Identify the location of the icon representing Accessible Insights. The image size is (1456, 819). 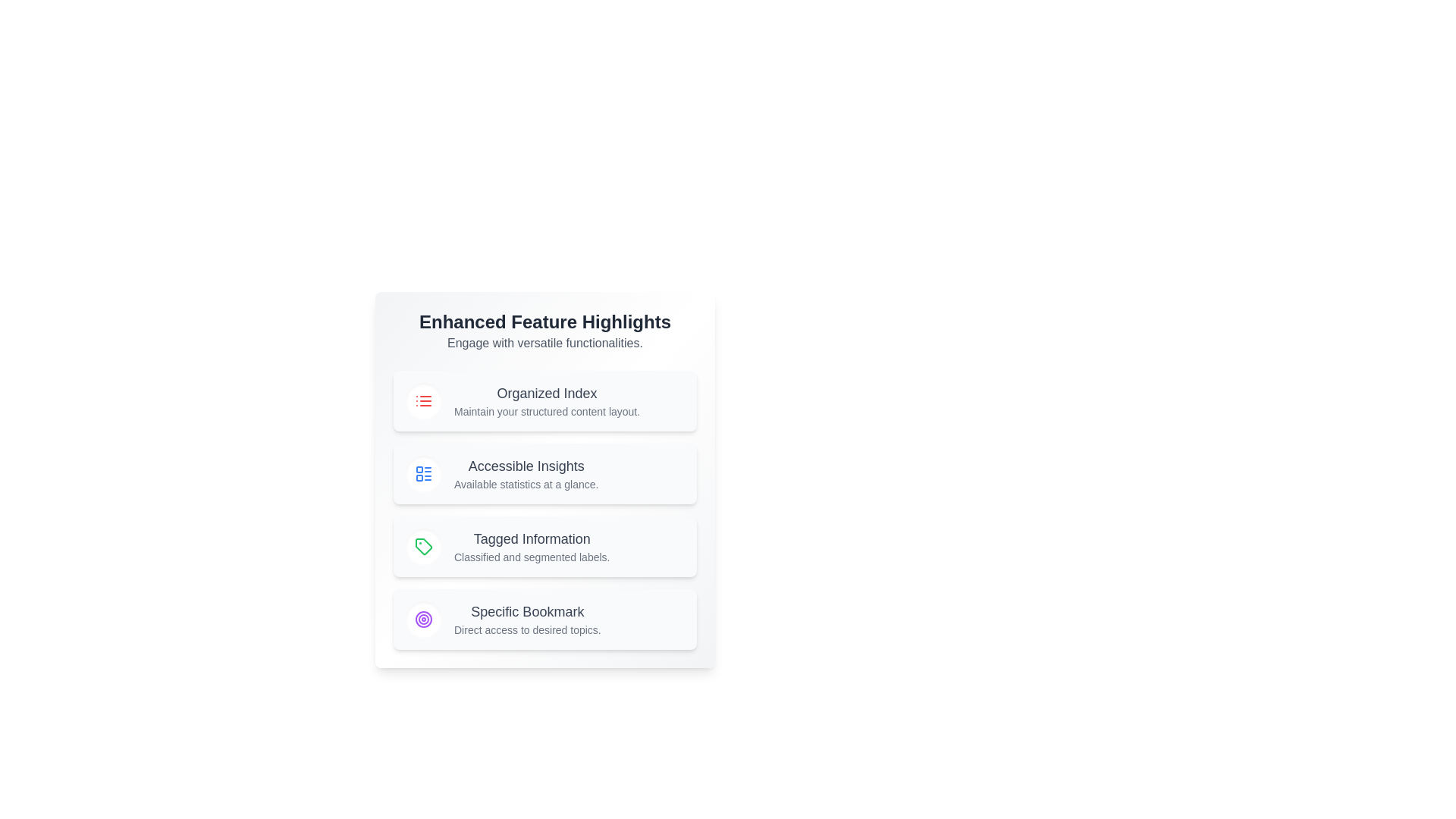
(423, 472).